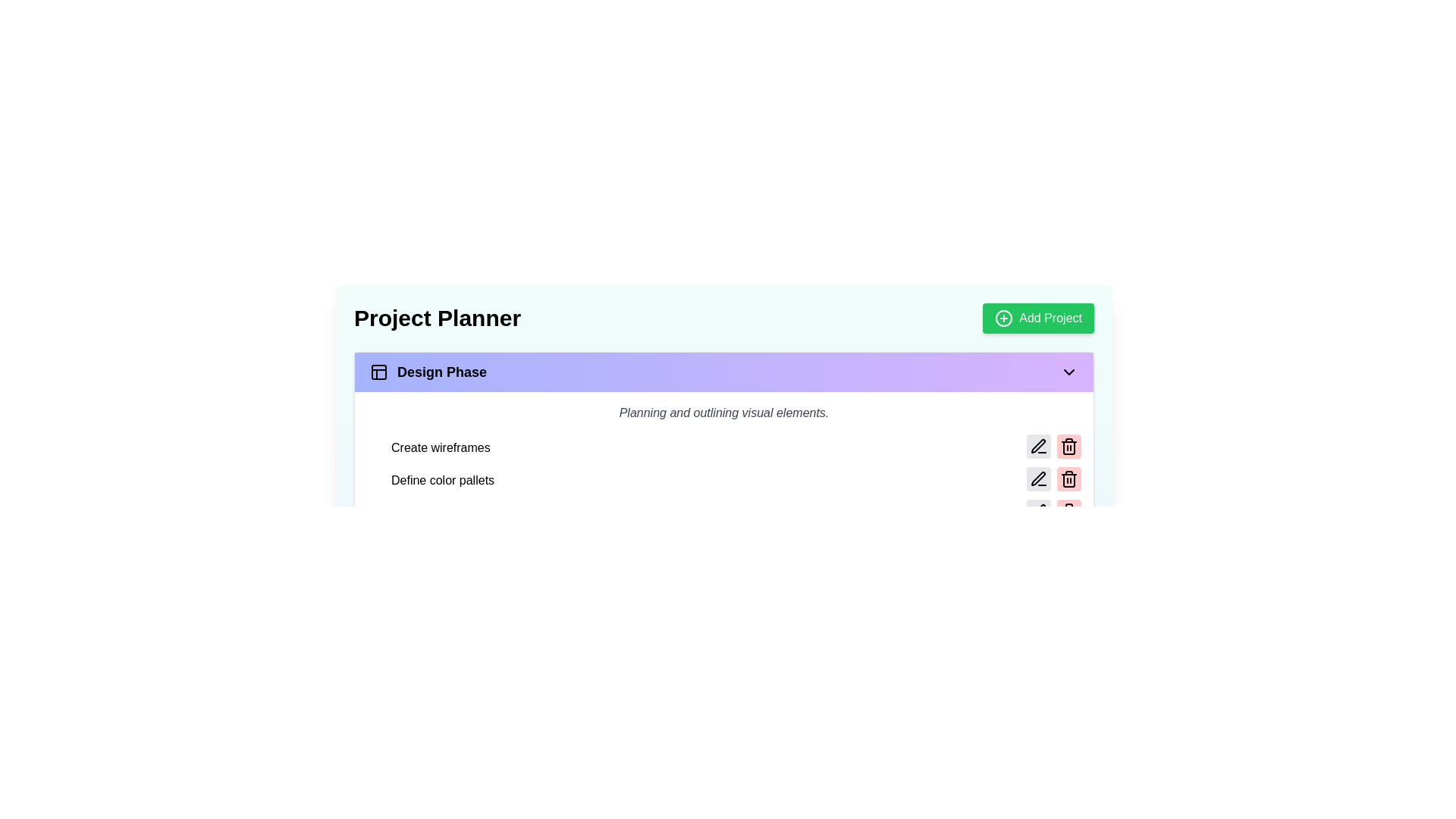 Image resolution: width=1456 pixels, height=819 pixels. What do you see at coordinates (1068, 512) in the screenshot?
I see `the trash icon located at the bottom-right corner of the actions column in the 'Design Phase' section` at bounding box center [1068, 512].